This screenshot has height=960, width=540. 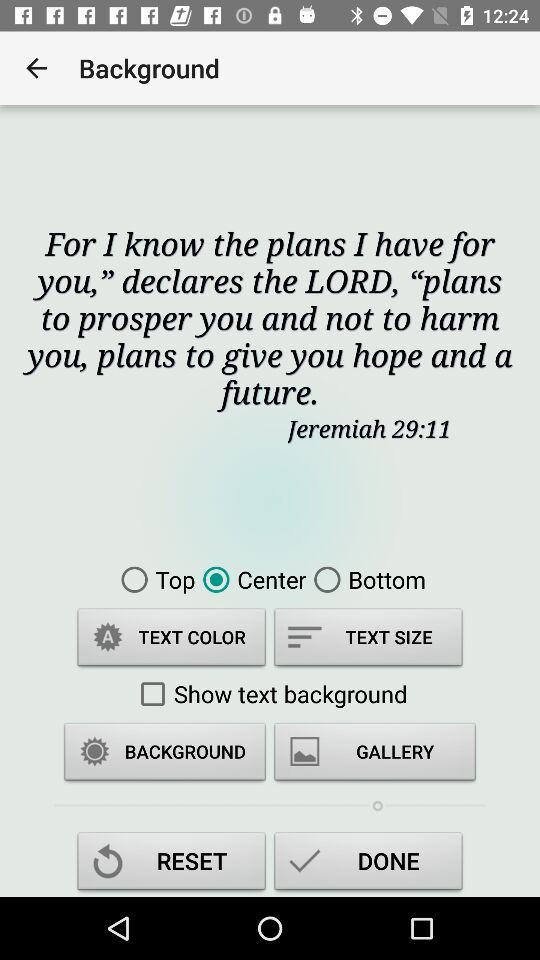 What do you see at coordinates (250, 579) in the screenshot?
I see `item next to bottom icon` at bounding box center [250, 579].